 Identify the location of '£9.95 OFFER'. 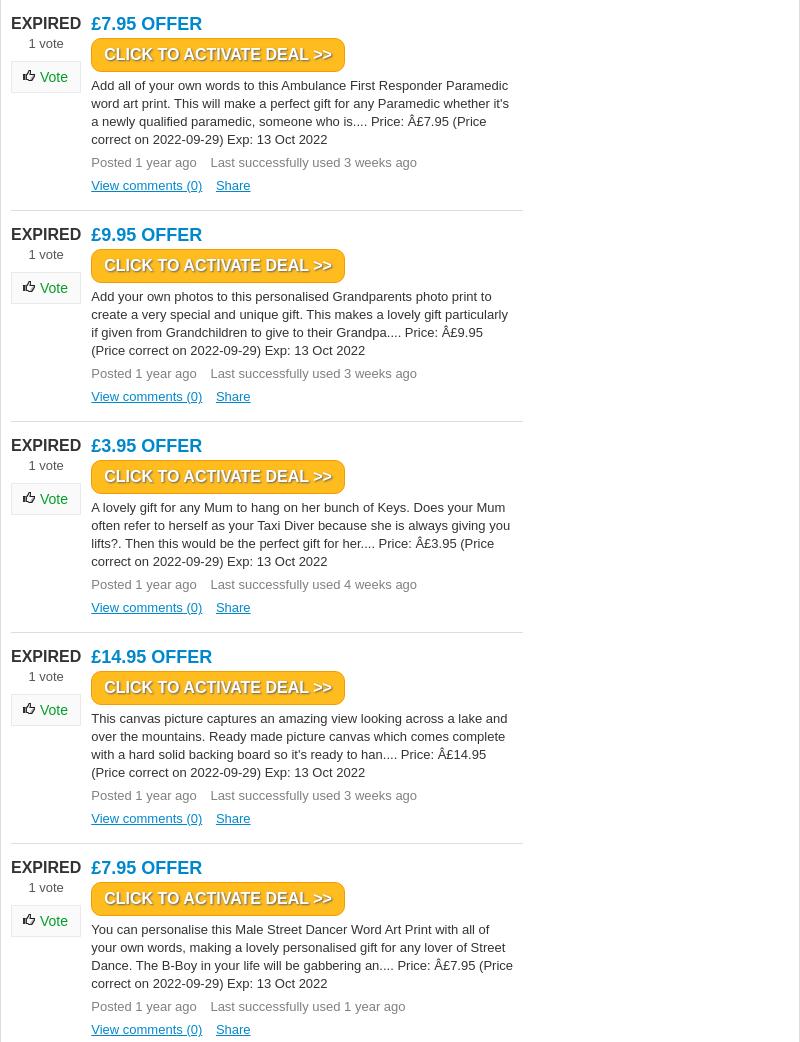
(146, 233).